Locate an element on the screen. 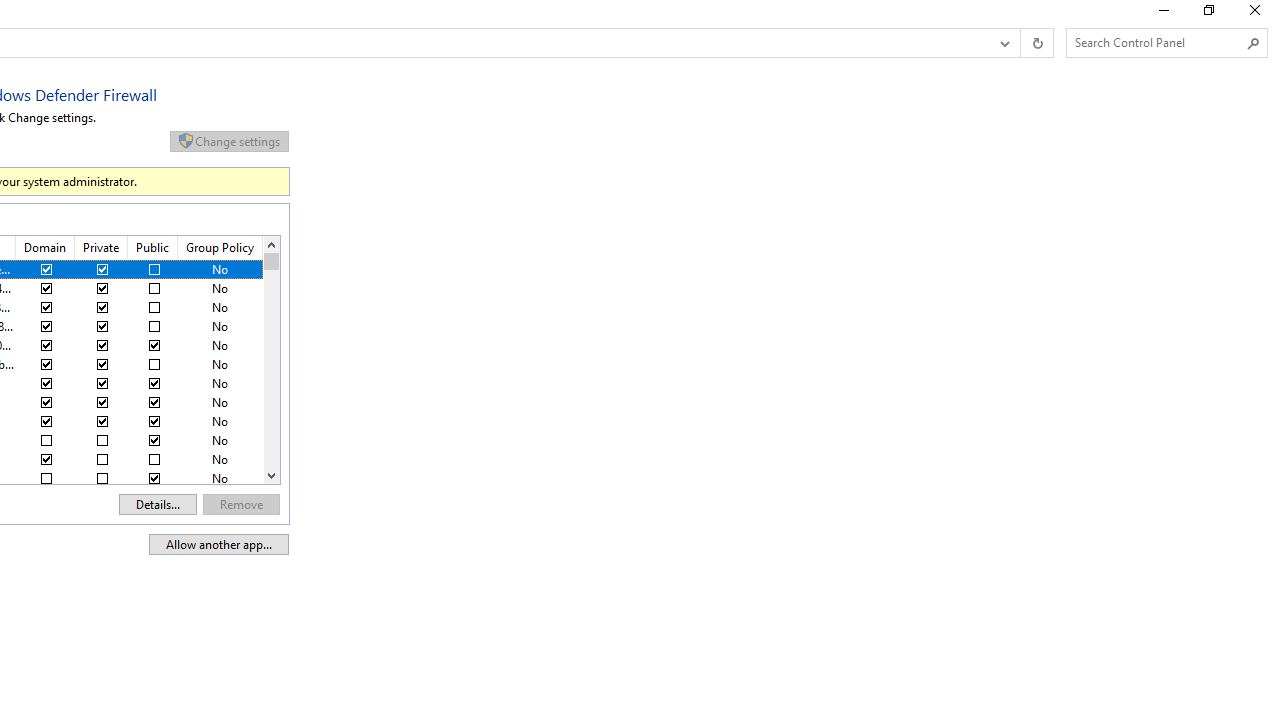 This screenshot has width=1280, height=720. 'Search' is located at coordinates (1252, 43).